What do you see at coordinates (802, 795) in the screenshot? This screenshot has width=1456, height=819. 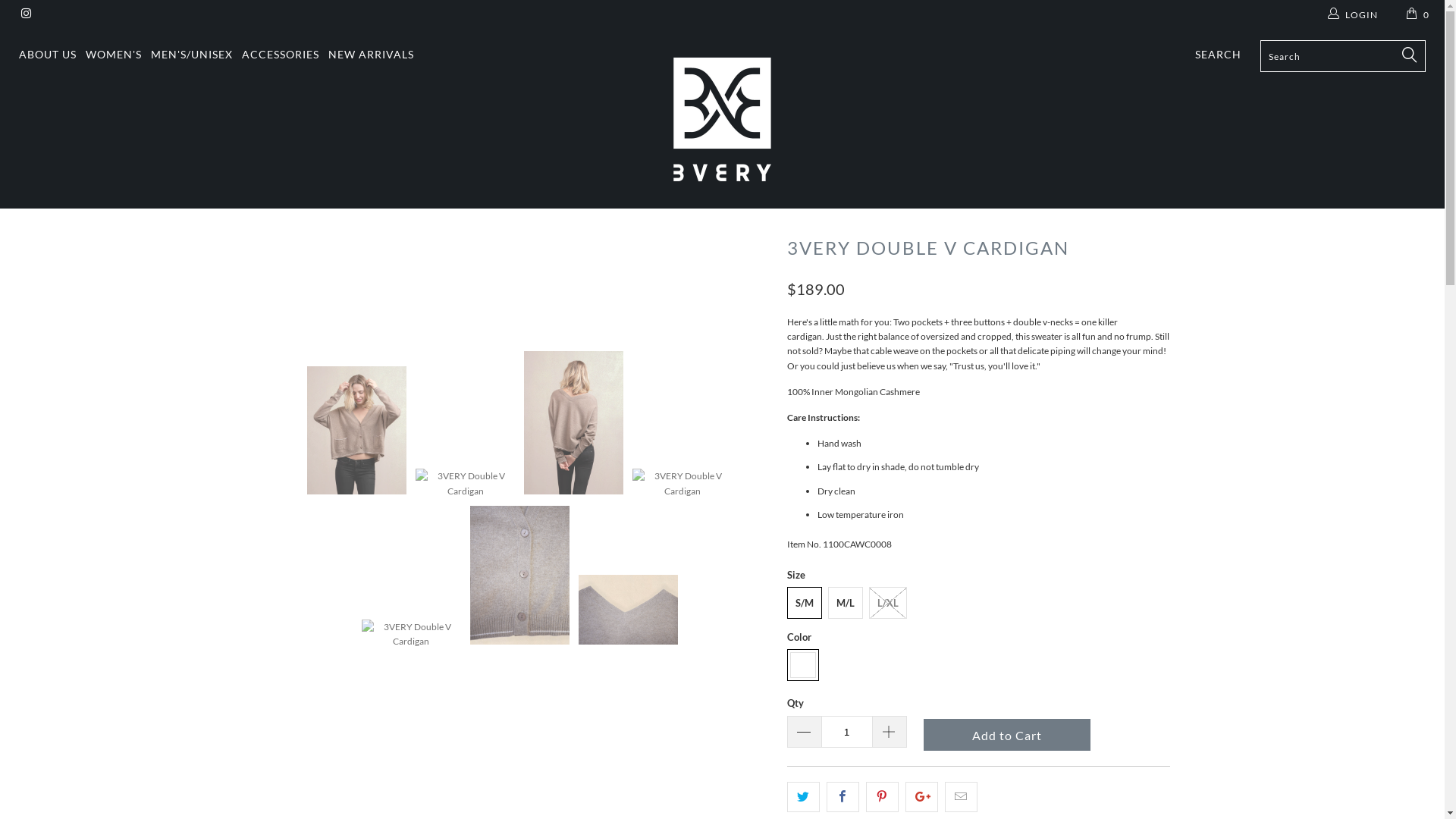 I see `'Share this on Twitter'` at bounding box center [802, 795].